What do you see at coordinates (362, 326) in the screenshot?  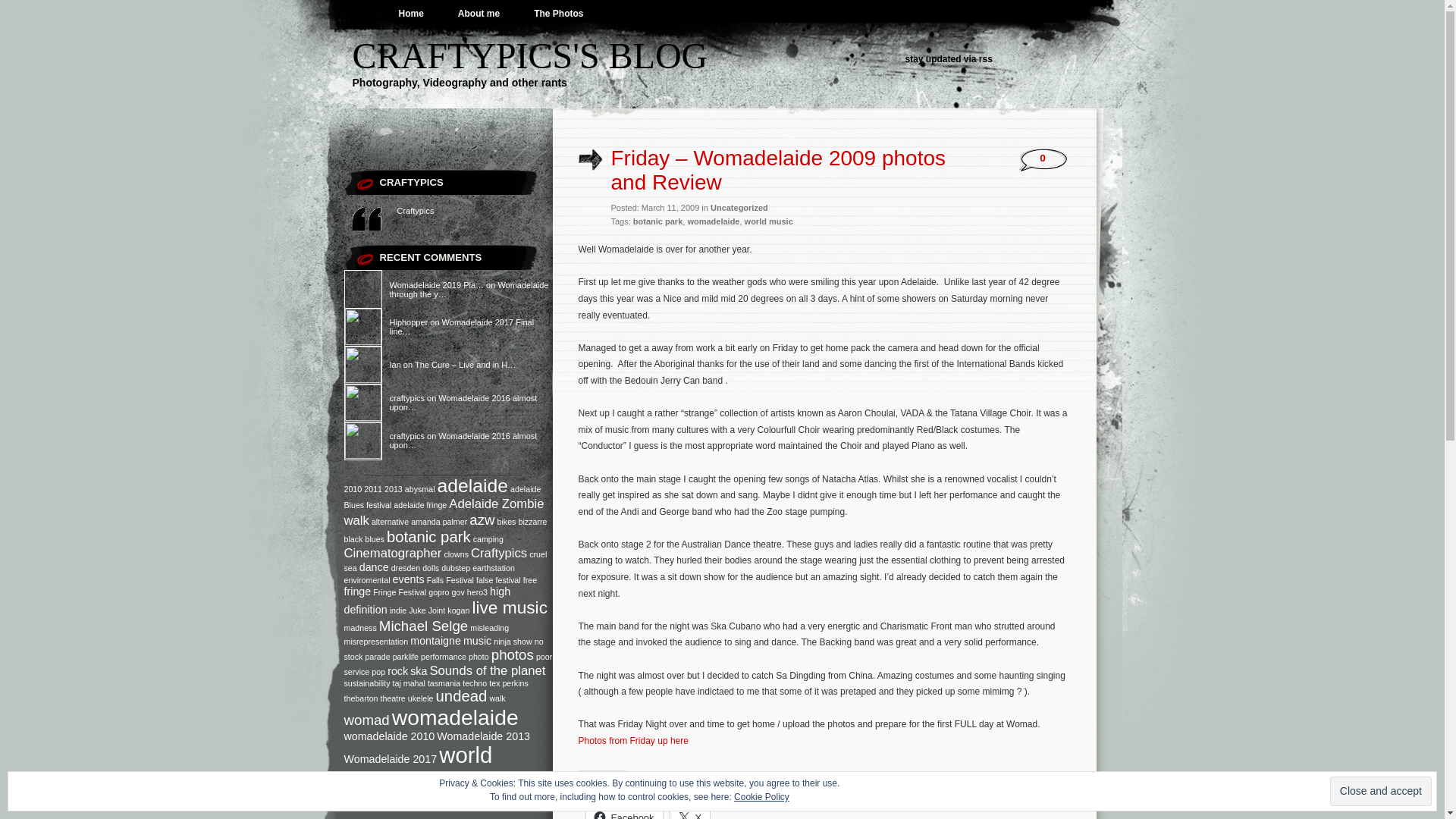 I see `'Hiphopper'` at bounding box center [362, 326].